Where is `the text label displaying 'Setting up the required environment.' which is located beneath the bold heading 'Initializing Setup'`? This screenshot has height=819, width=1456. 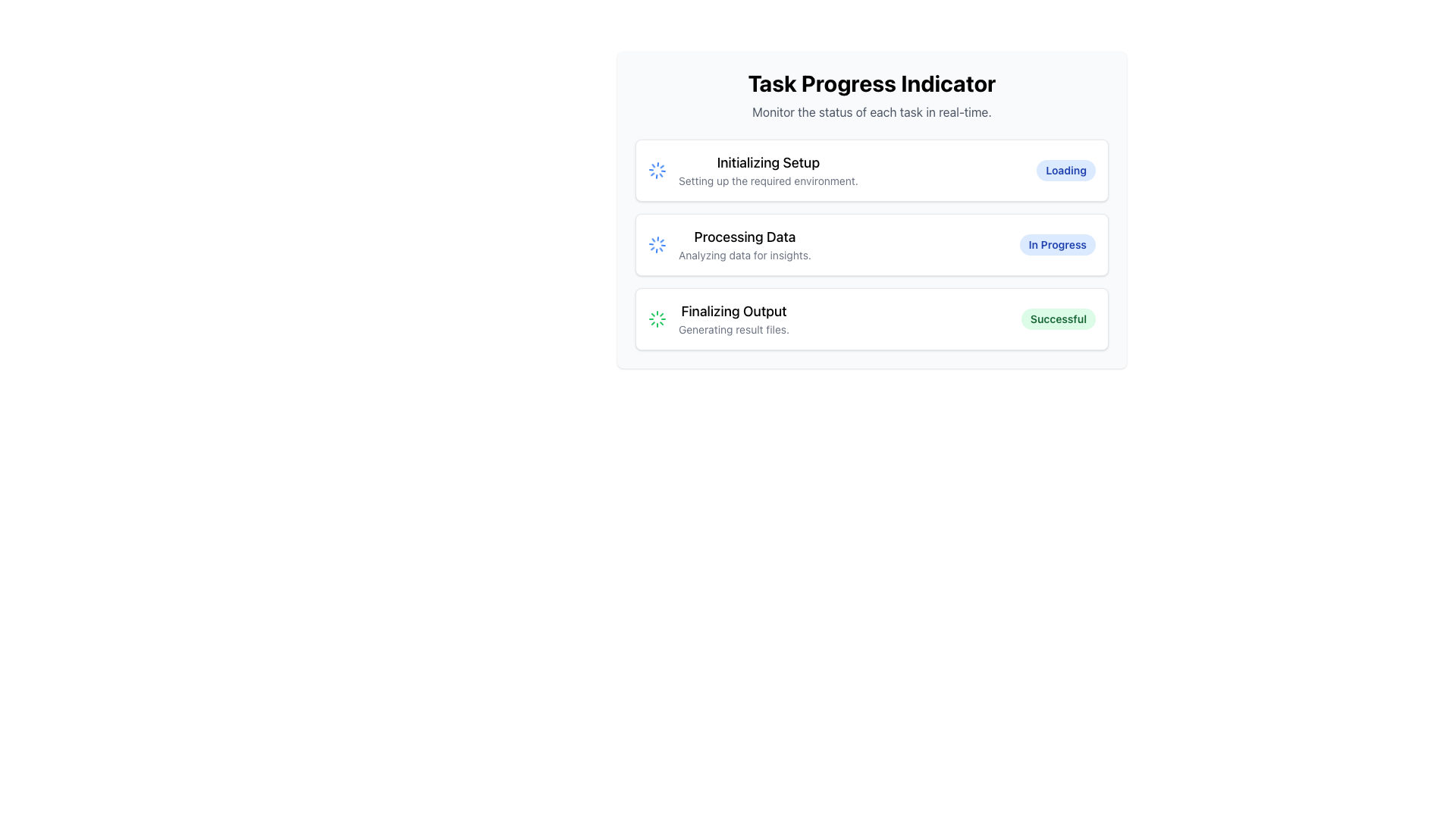
the text label displaying 'Setting up the required environment.' which is located beneath the bold heading 'Initializing Setup' is located at coordinates (768, 180).